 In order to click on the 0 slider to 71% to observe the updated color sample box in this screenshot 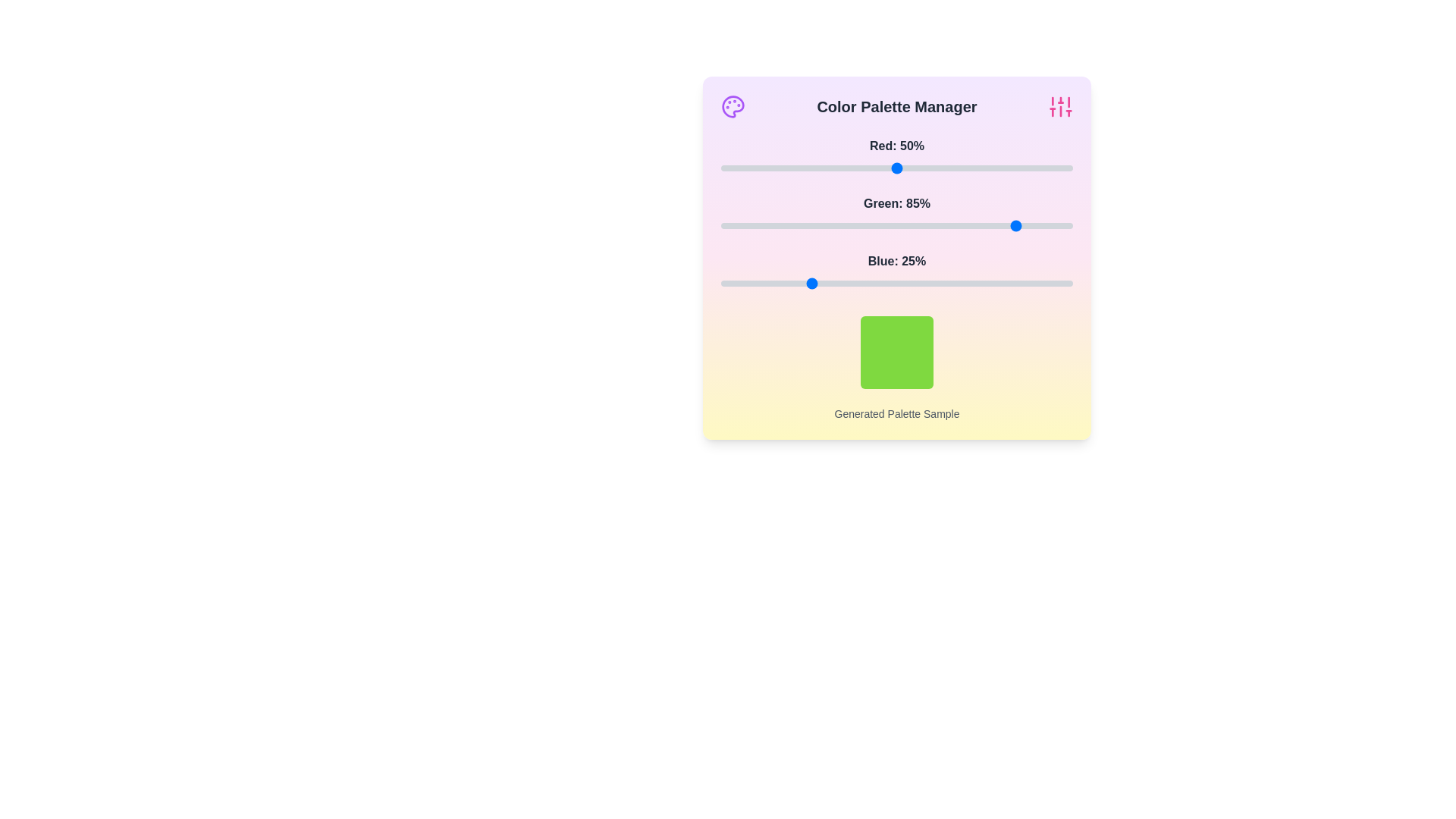, I will do `click(971, 168)`.